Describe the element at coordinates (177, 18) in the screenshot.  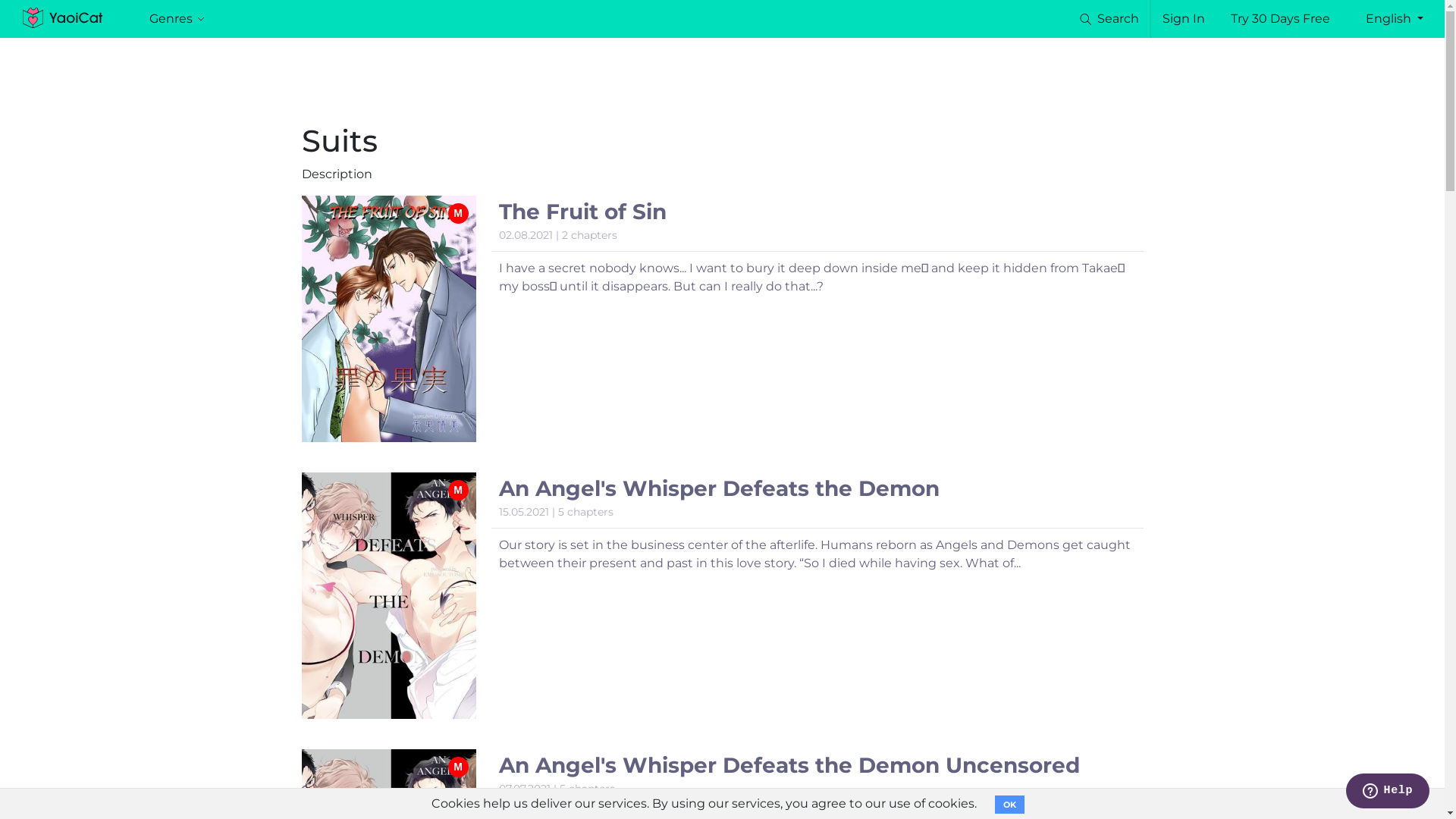
I see `'Genres` at that location.